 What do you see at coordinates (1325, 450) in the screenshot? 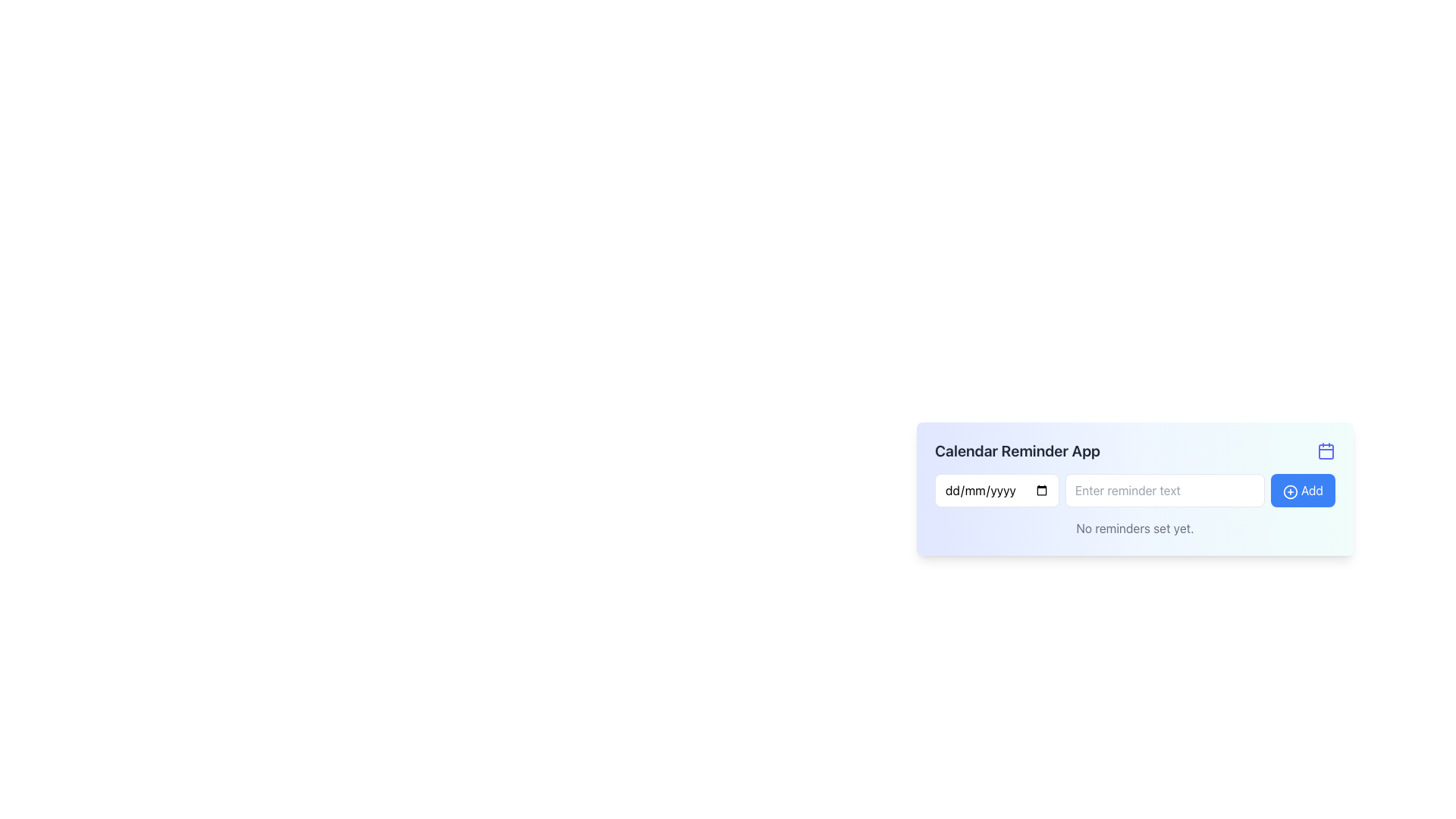
I see `the calendar indicator icon located in the top-right corner of the containing box for additional actions or features` at bounding box center [1325, 450].